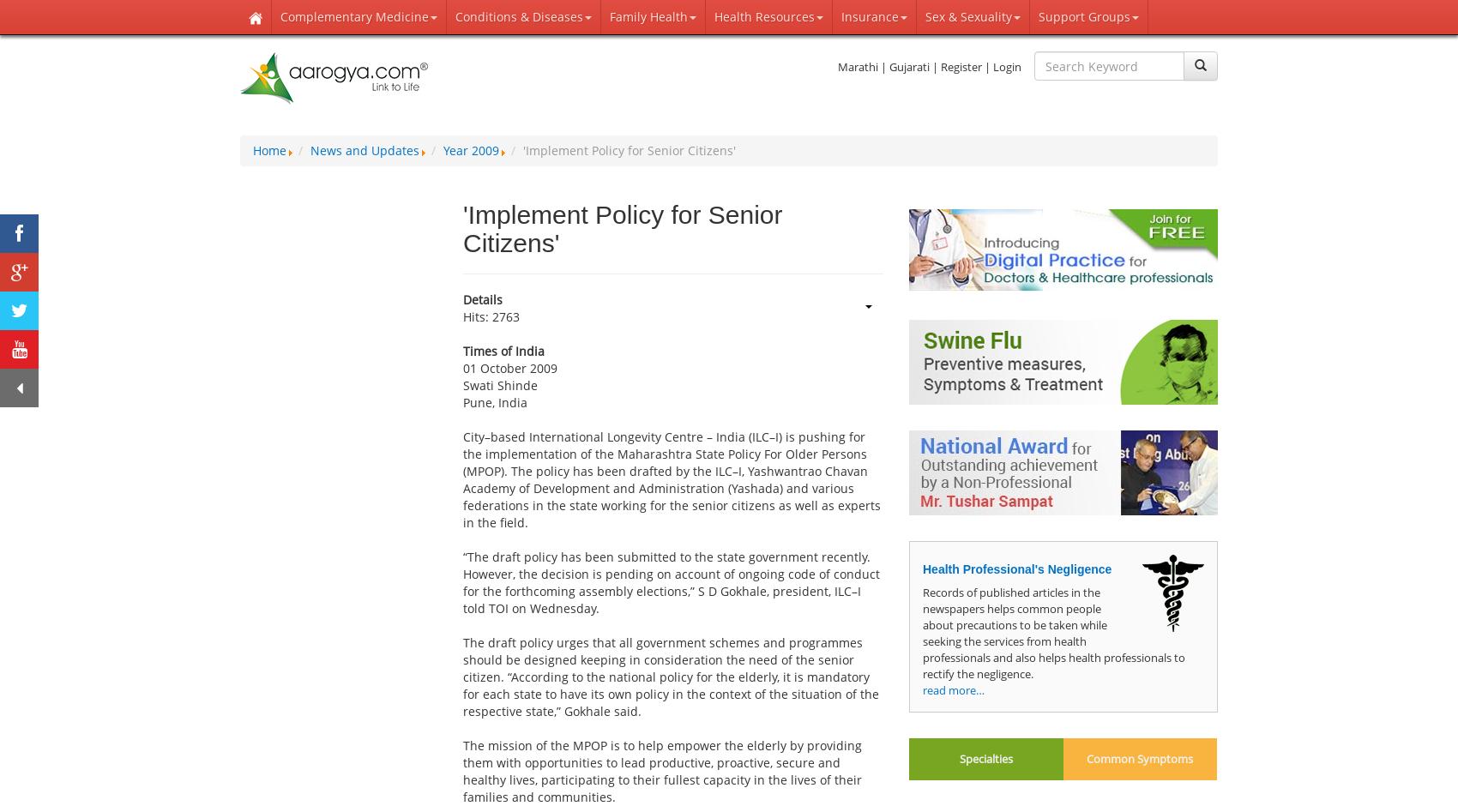 This screenshot has height=812, width=1458. What do you see at coordinates (670, 478) in the screenshot?
I see `'City–based International Longevity Centre – India (ILC–I) is pushing for the implementation of the Maharashtra State Policy For Older Persons (MPOP). The policy has been drafted by the ILC–I, Yashwantrao Chavan Academy of Development and Administration (Yashada) and various federations in the state working for the senior citizens as well as experts in the field.'` at bounding box center [670, 478].